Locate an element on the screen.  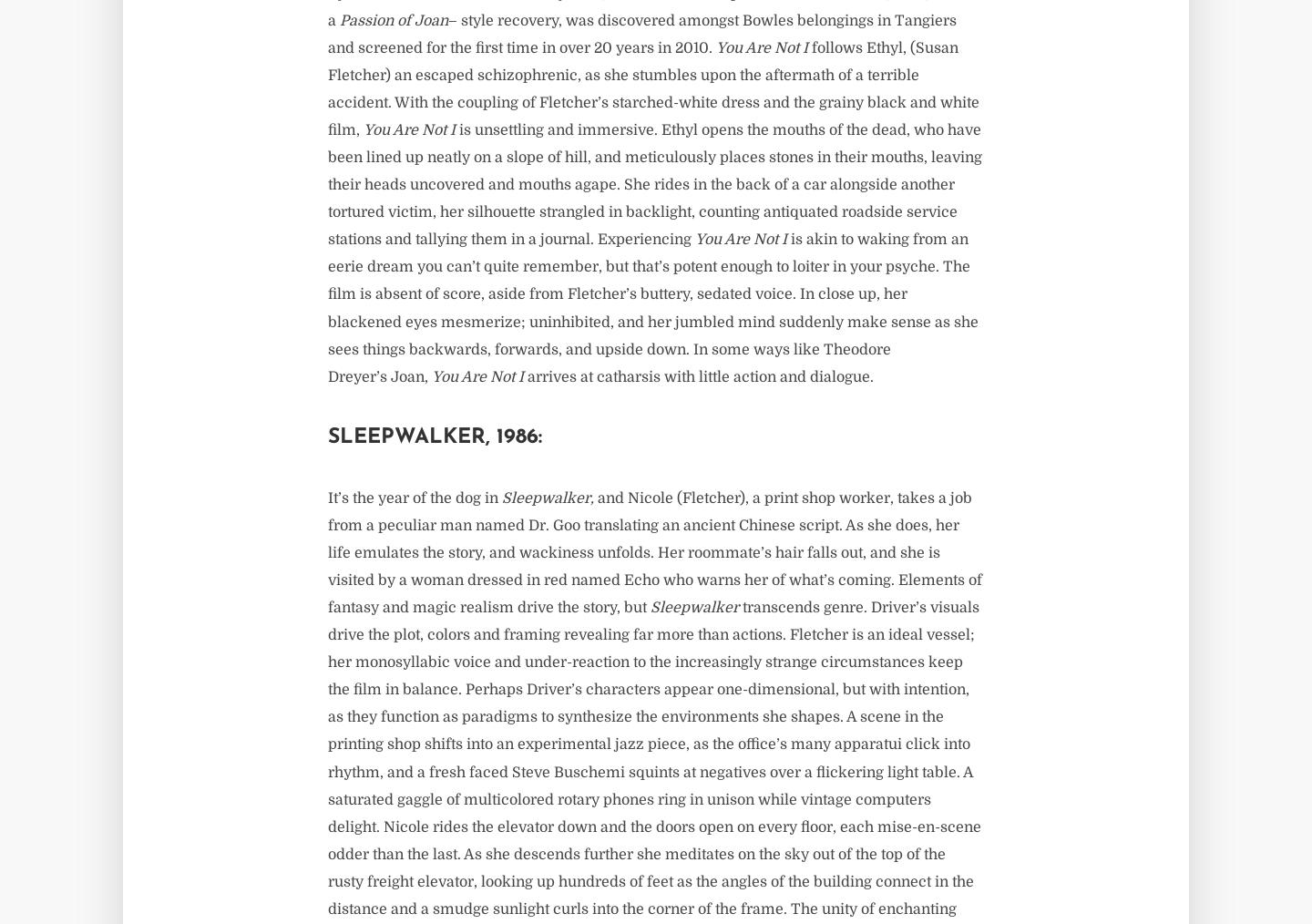
'and Nicole (Fletcher), a print shop worker, takes a job from a peculiar man named Dr. Goo translating an ancient Chinese script. As she does, her life emulates the story, and wackiness unfolds. Her roommate’s hair falls out, and she is visited by a woman dressed in red named Echo who warns her of what’s coming. Elements of fantasy and magic realism drive the story, but' is located at coordinates (654, 552).